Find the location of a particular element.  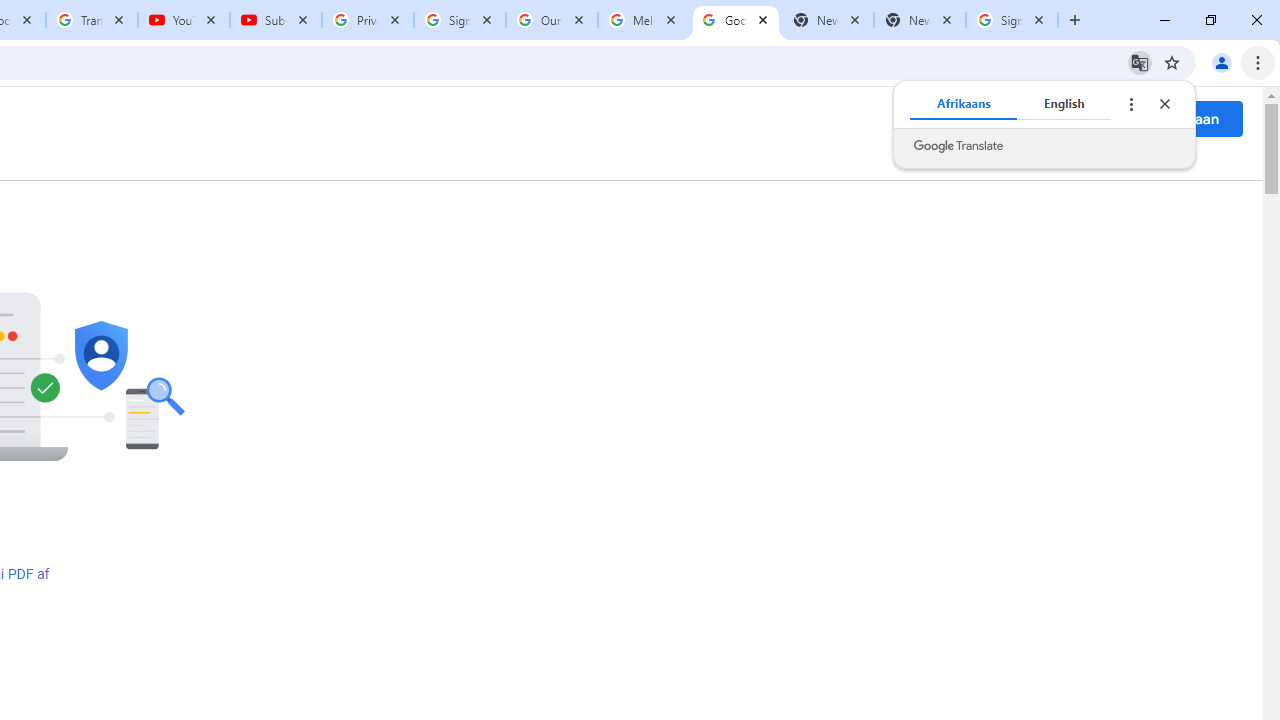

'English' is located at coordinates (1063, 104).